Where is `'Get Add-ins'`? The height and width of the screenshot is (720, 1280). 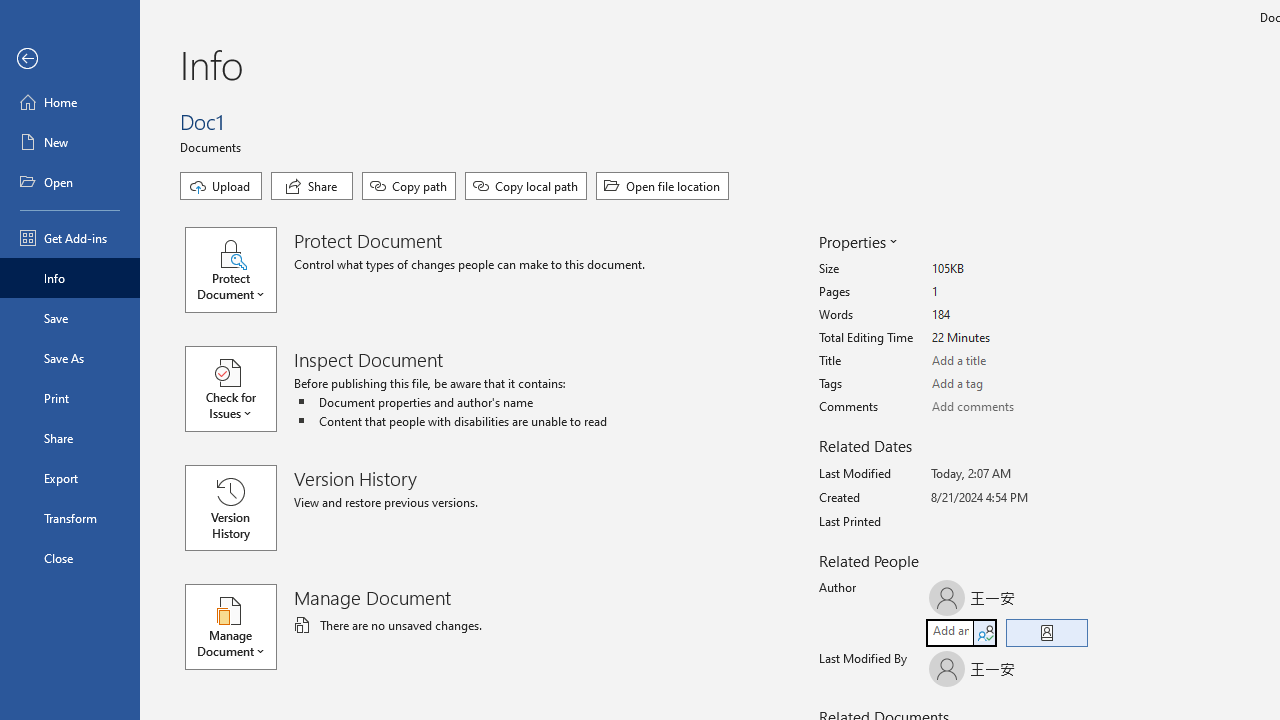 'Get Add-ins' is located at coordinates (69, 236).